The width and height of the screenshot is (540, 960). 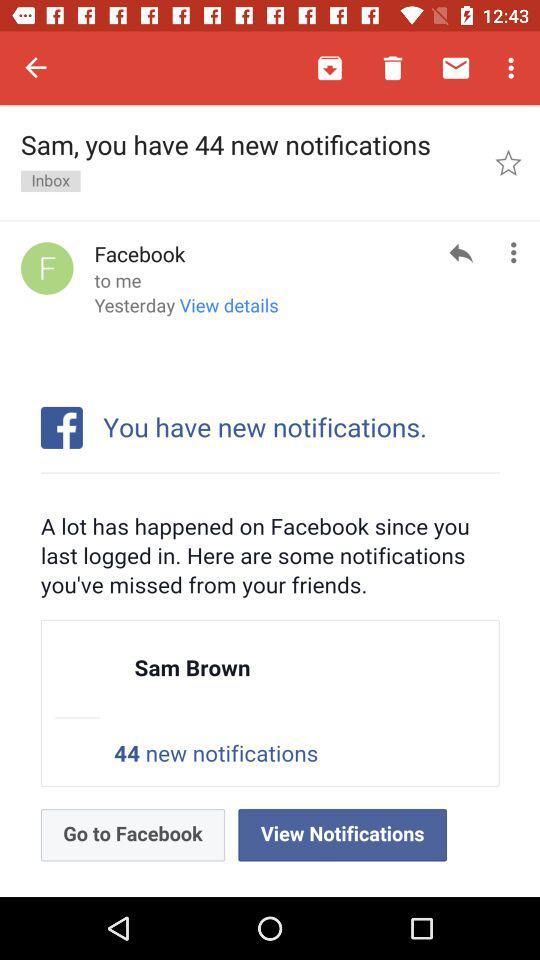 I want to click on the icon below the to me item, so click(x=186, y=313).